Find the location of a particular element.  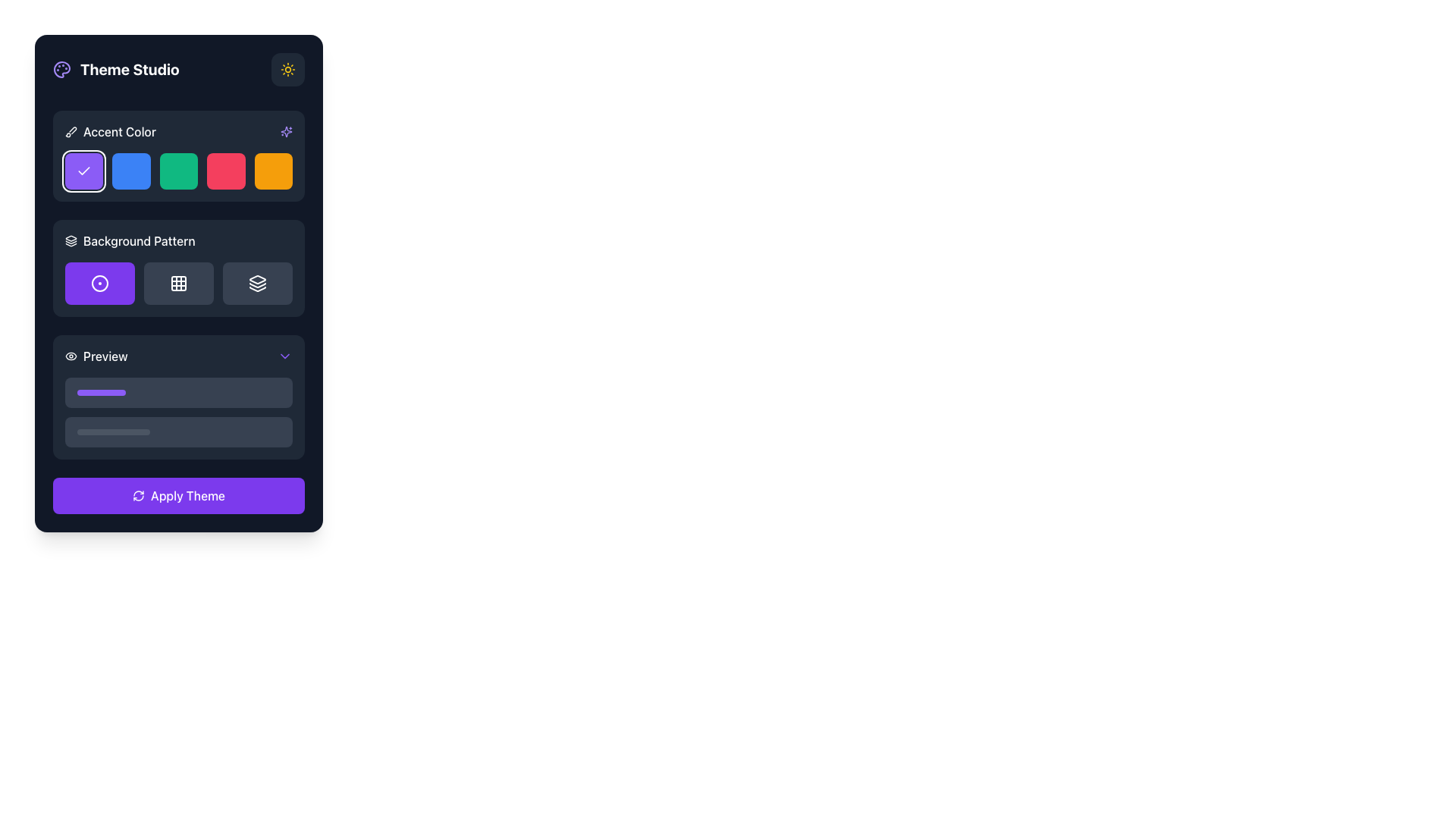

the third rounded rectangular button with a green background in the 'Accent Color' section is located at coordinates (178, 171).